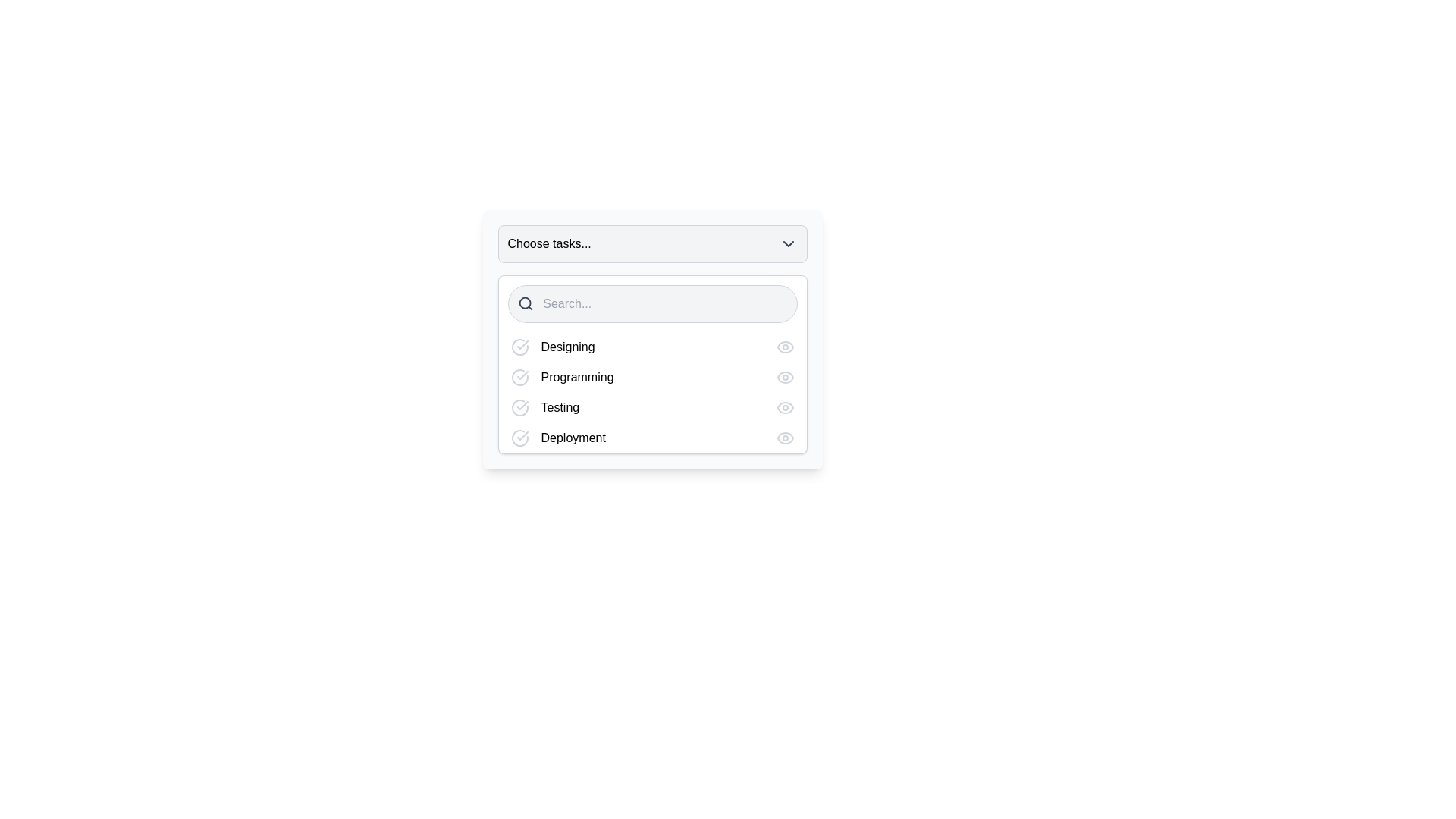 The width and height of the screenshot is (1456, 819). What do you see at coordinates (548, 243) in the screenshot?
I see `text label indicating that this dropdown menu is for selecting tasks, located in the upper-left side of the dropdown component before the chevron-down icon` at bounding box center [548, 243].